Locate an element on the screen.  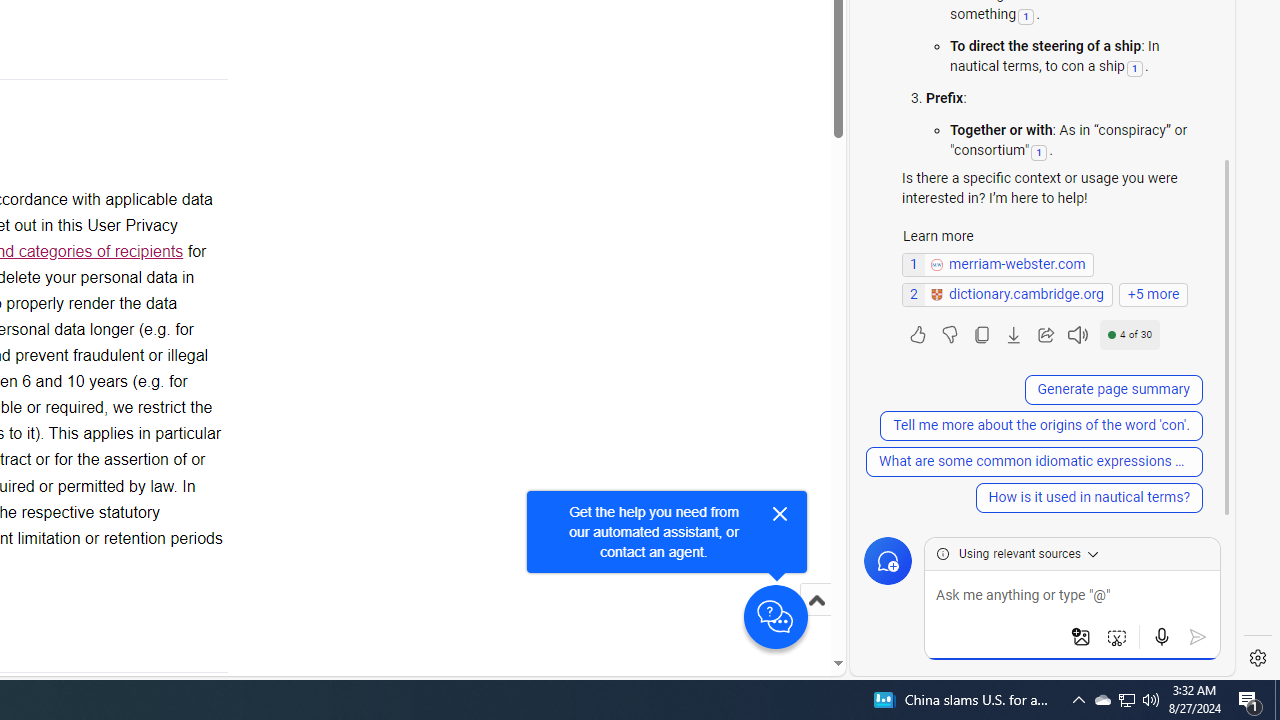
'Scroll to top' is located at coordinates (816, 620).